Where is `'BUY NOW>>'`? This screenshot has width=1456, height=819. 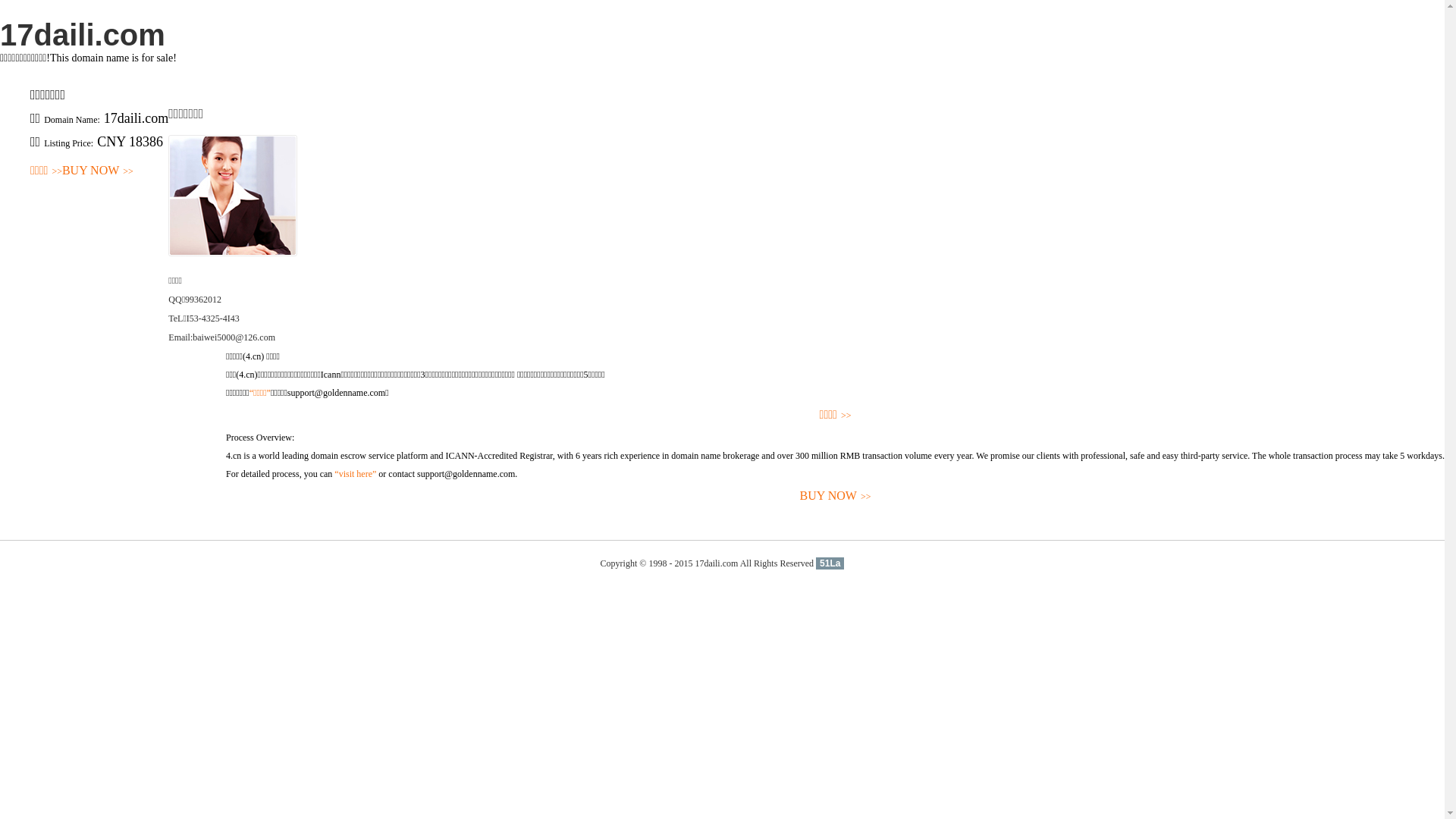 'BUY NOW>>' is located at coordinates (834, 496).